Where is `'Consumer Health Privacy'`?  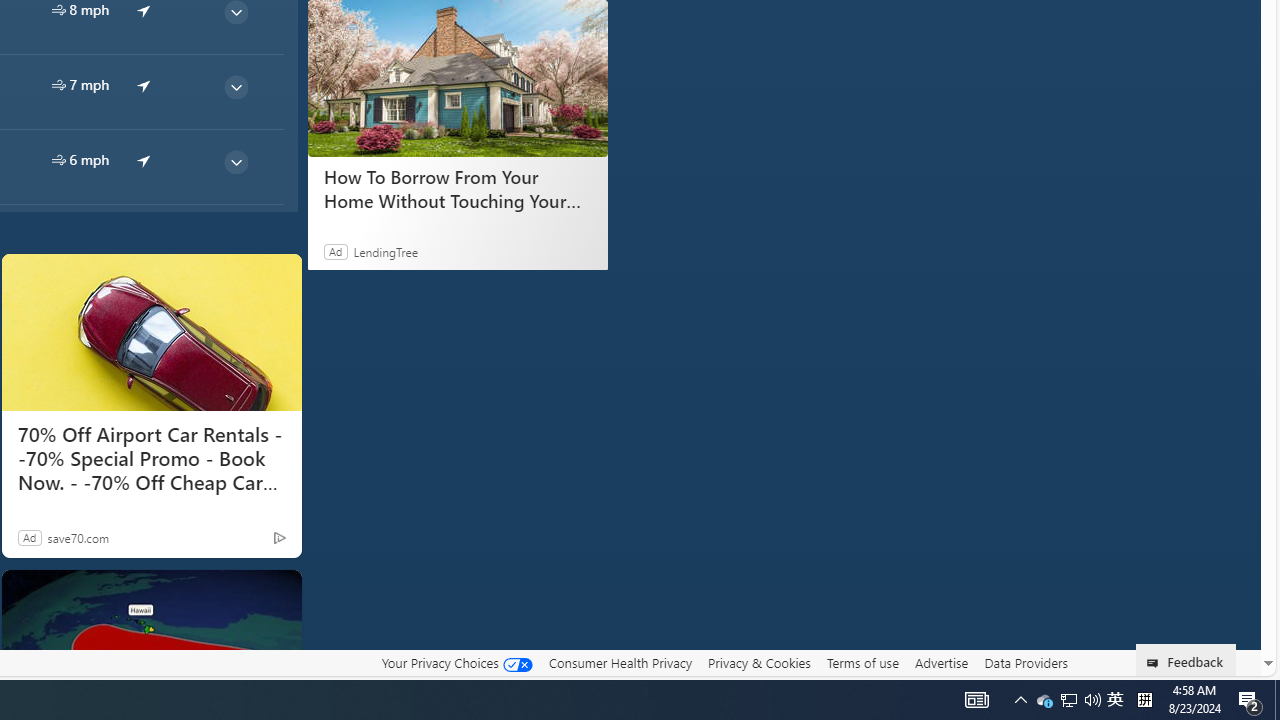
'Consumer Health Privacy' is located at coordinates (619, 662).